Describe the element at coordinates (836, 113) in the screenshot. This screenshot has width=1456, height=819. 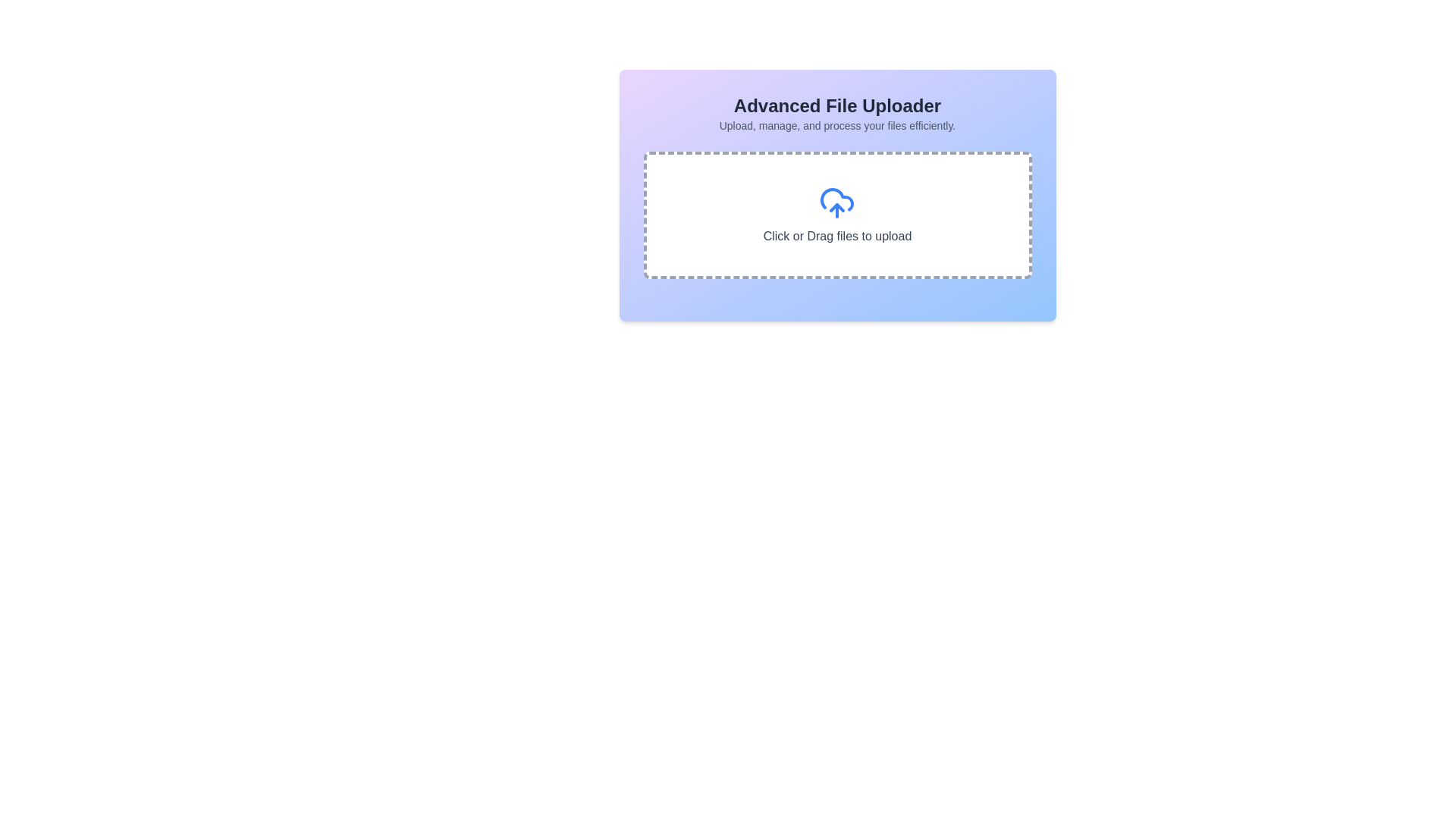
I see `the 'Advanced File Uploader' title and description element to focus on it` at that location.